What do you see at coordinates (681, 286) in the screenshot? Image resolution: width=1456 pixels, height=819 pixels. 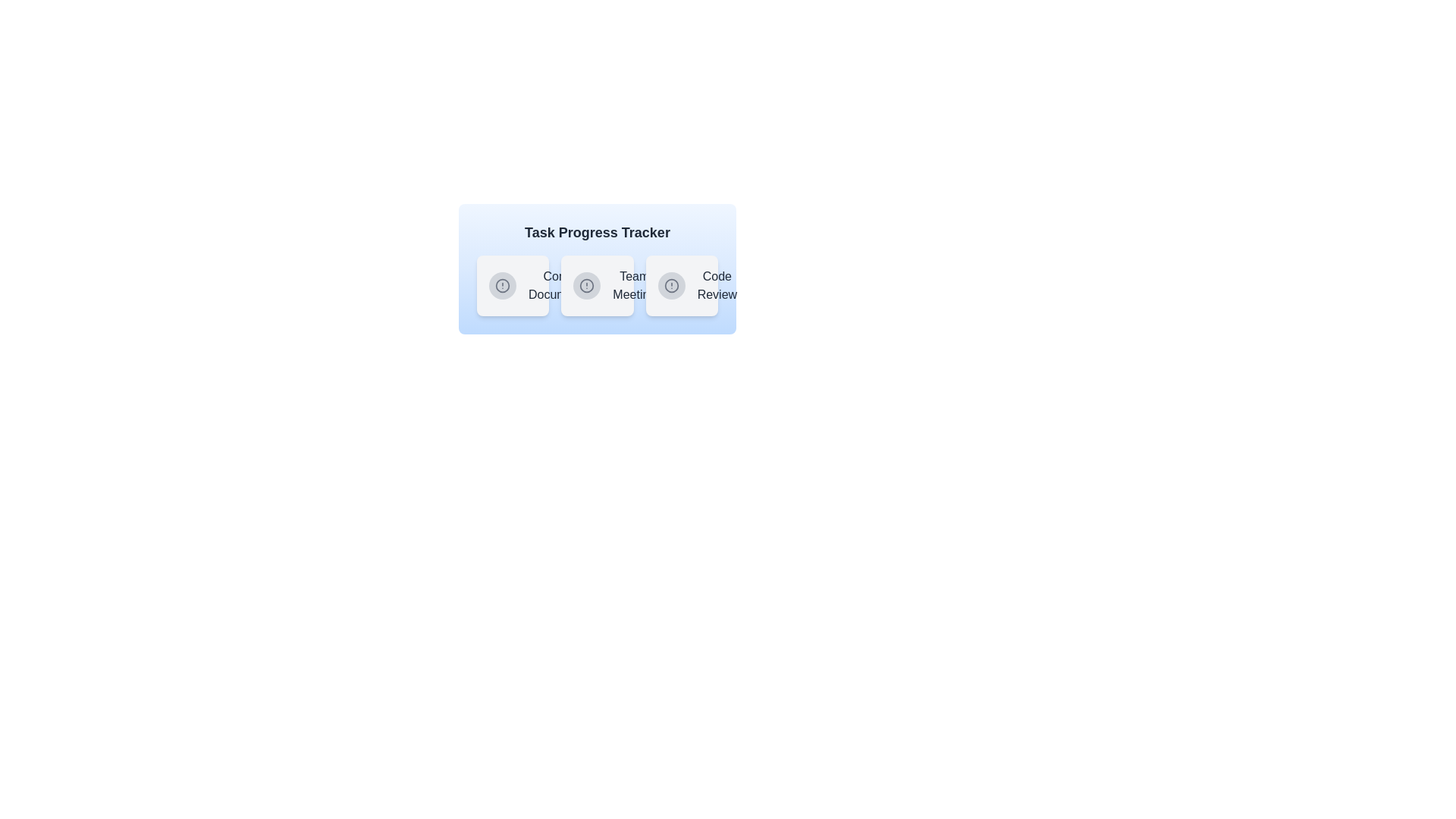 I see `the task chip labeled Code Review to toggle its completion state` at bounding box center [681, 286].